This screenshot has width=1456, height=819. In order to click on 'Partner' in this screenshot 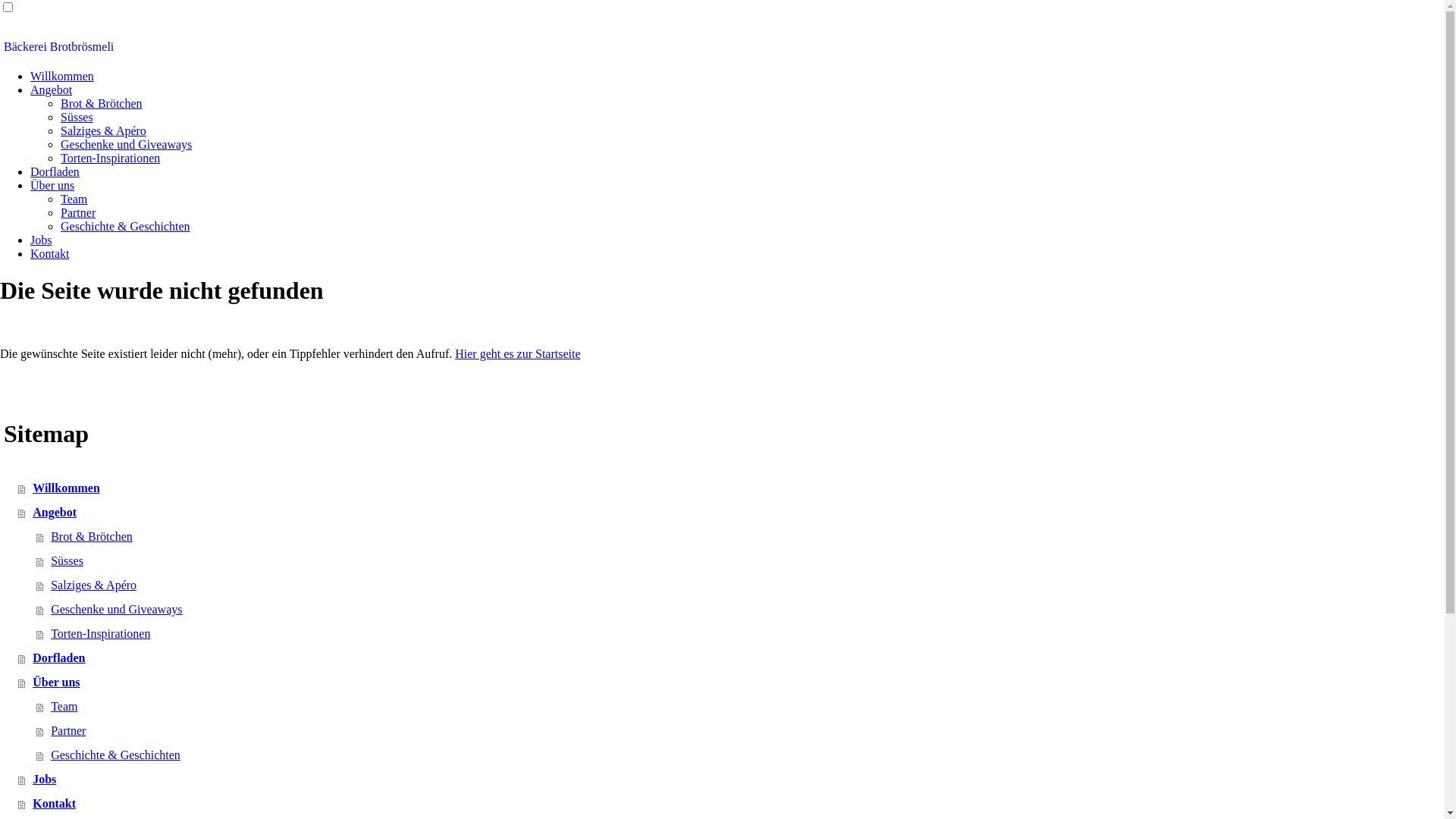, I will do `click(61, 212)`.